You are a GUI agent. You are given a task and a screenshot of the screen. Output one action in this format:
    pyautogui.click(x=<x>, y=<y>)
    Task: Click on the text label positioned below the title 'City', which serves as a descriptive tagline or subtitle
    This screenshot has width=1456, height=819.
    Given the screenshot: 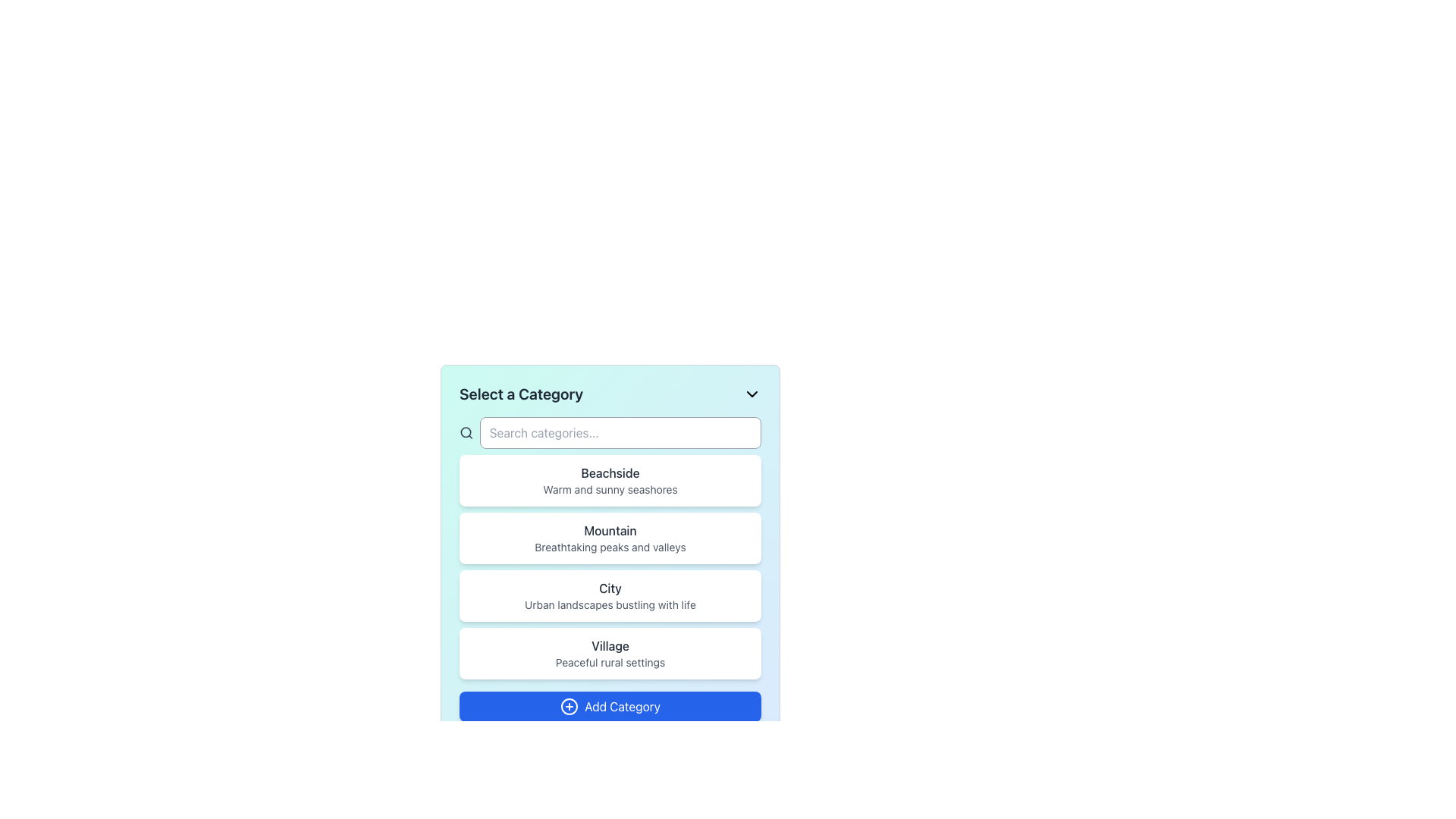 What is the action you would take?
    pyautogui.click(x=610, y=604)
    